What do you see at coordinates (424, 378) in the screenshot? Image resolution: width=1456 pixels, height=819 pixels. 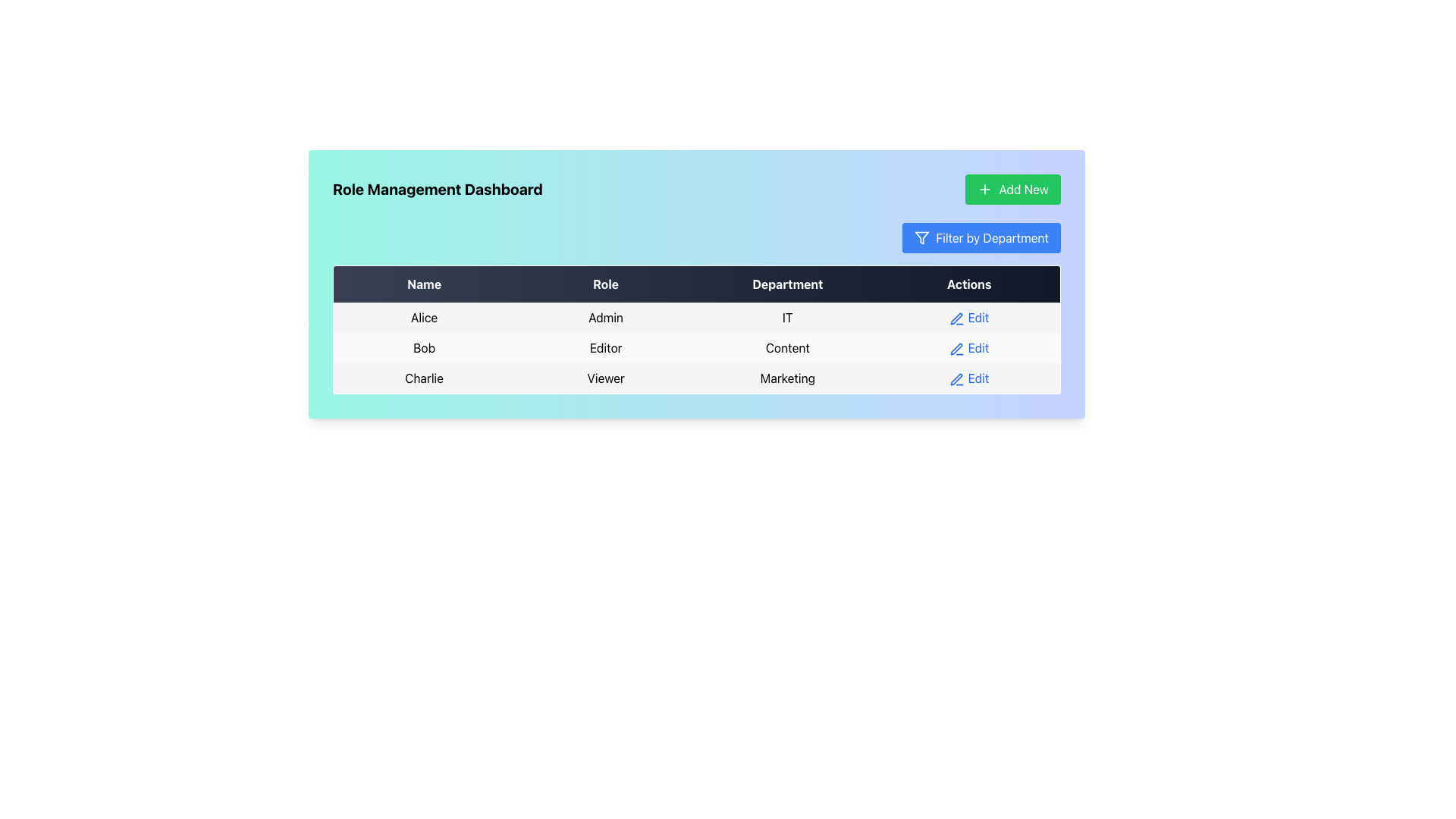 I see `text displayed in the Text Label identifying the user 'Charlie', located in the leftmost column of the third data row in the Role Management Dashboard` at bounding box center [424, 378].